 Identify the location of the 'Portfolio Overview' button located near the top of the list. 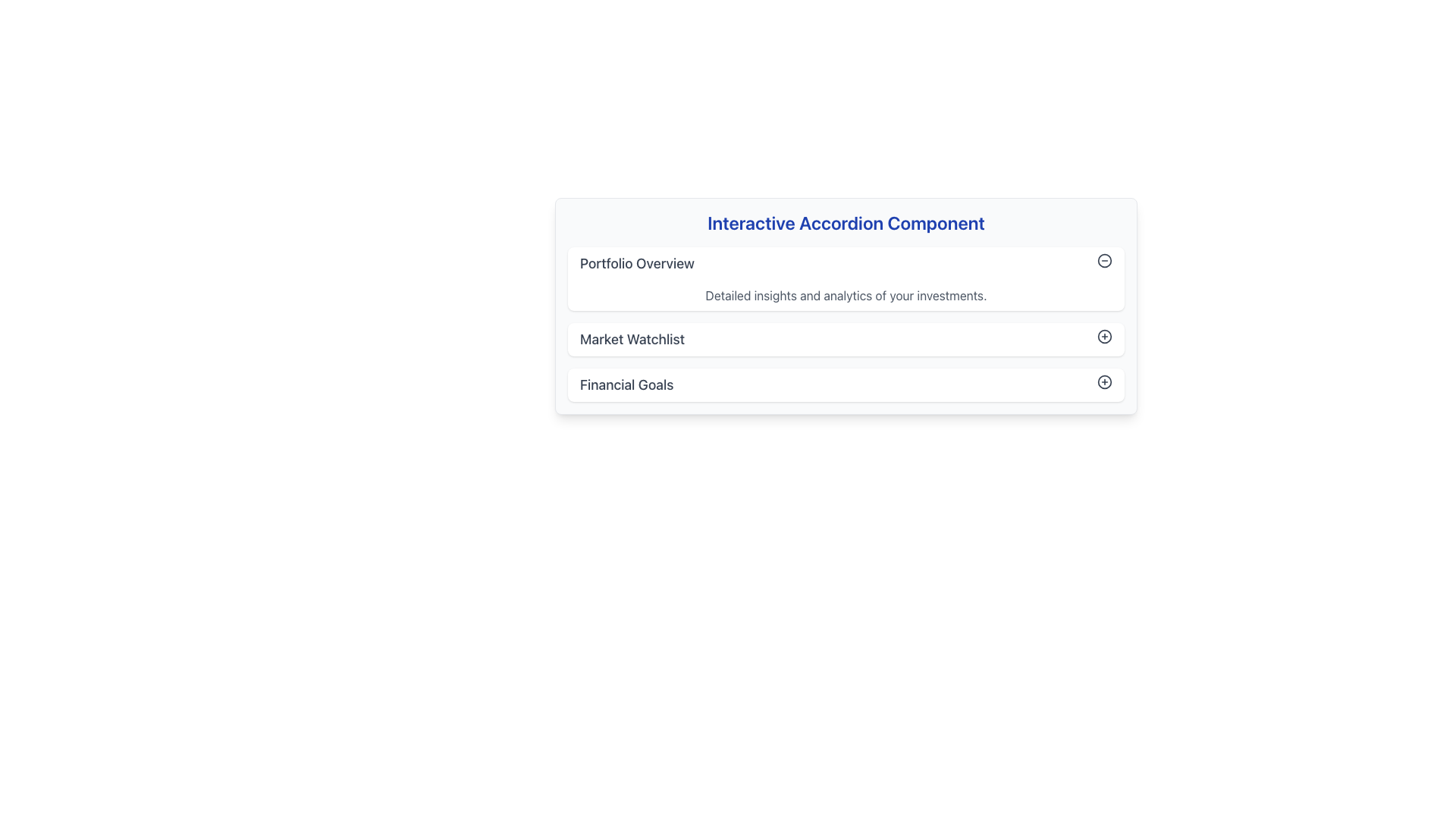
(846, 262).